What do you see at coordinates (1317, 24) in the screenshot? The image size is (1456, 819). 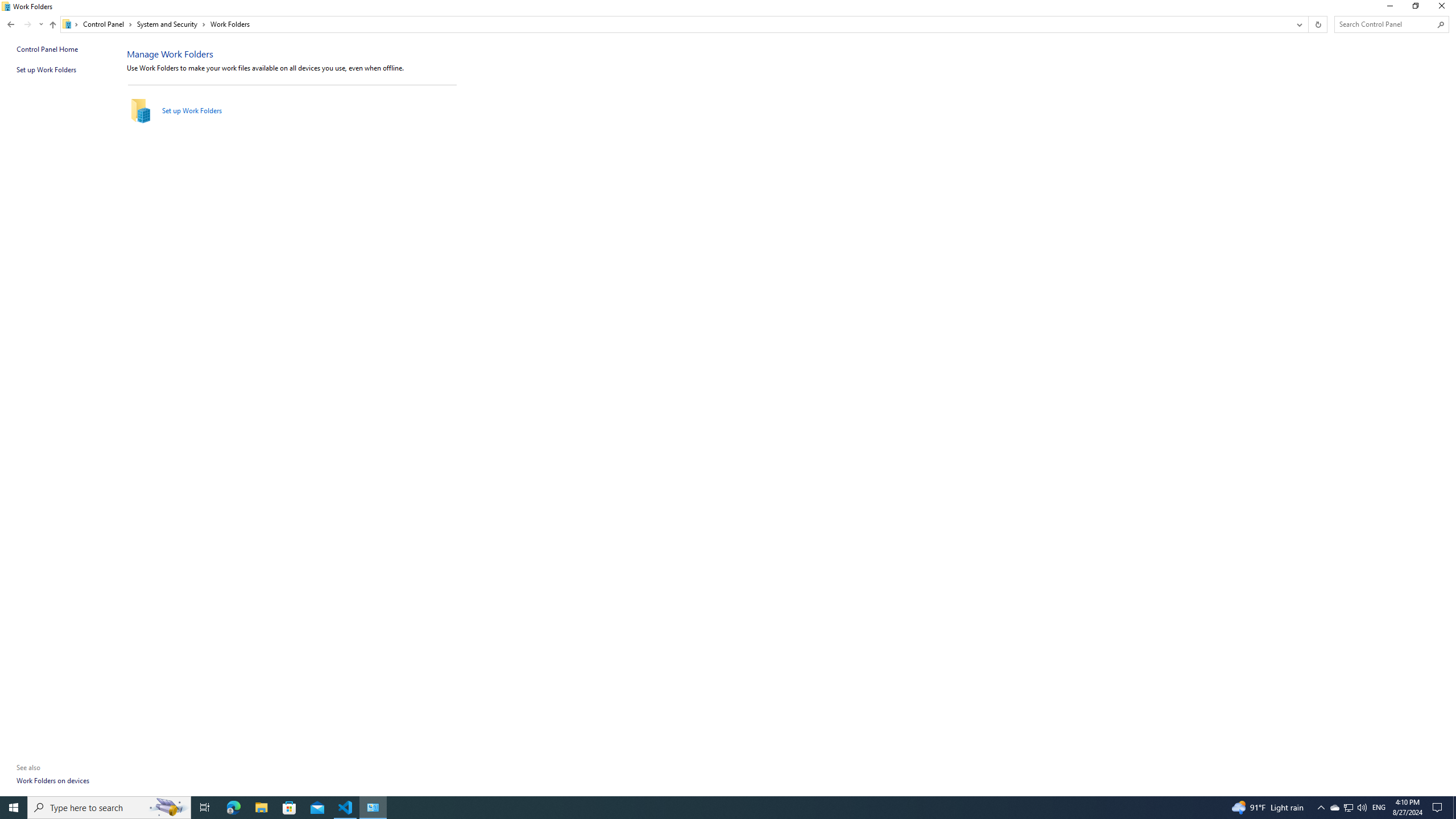 I see `'Refresh "Work Folders" (F5)'` at bounding box center [1317, 24].